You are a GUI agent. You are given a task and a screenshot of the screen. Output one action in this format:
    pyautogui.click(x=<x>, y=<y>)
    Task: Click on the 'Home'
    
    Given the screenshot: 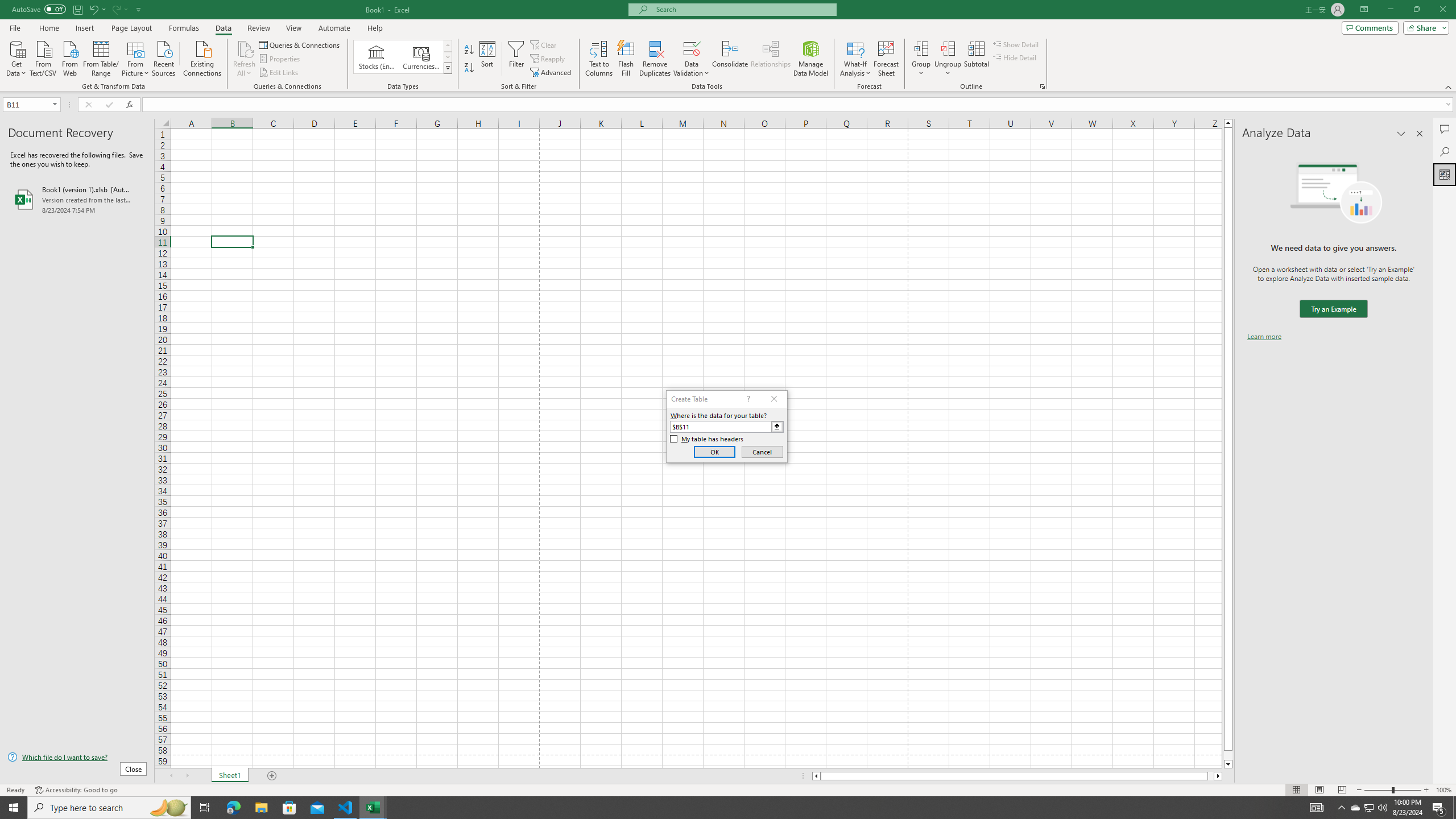 What is the action you would take?
    pyautogui.click(x=48, y=28)
    